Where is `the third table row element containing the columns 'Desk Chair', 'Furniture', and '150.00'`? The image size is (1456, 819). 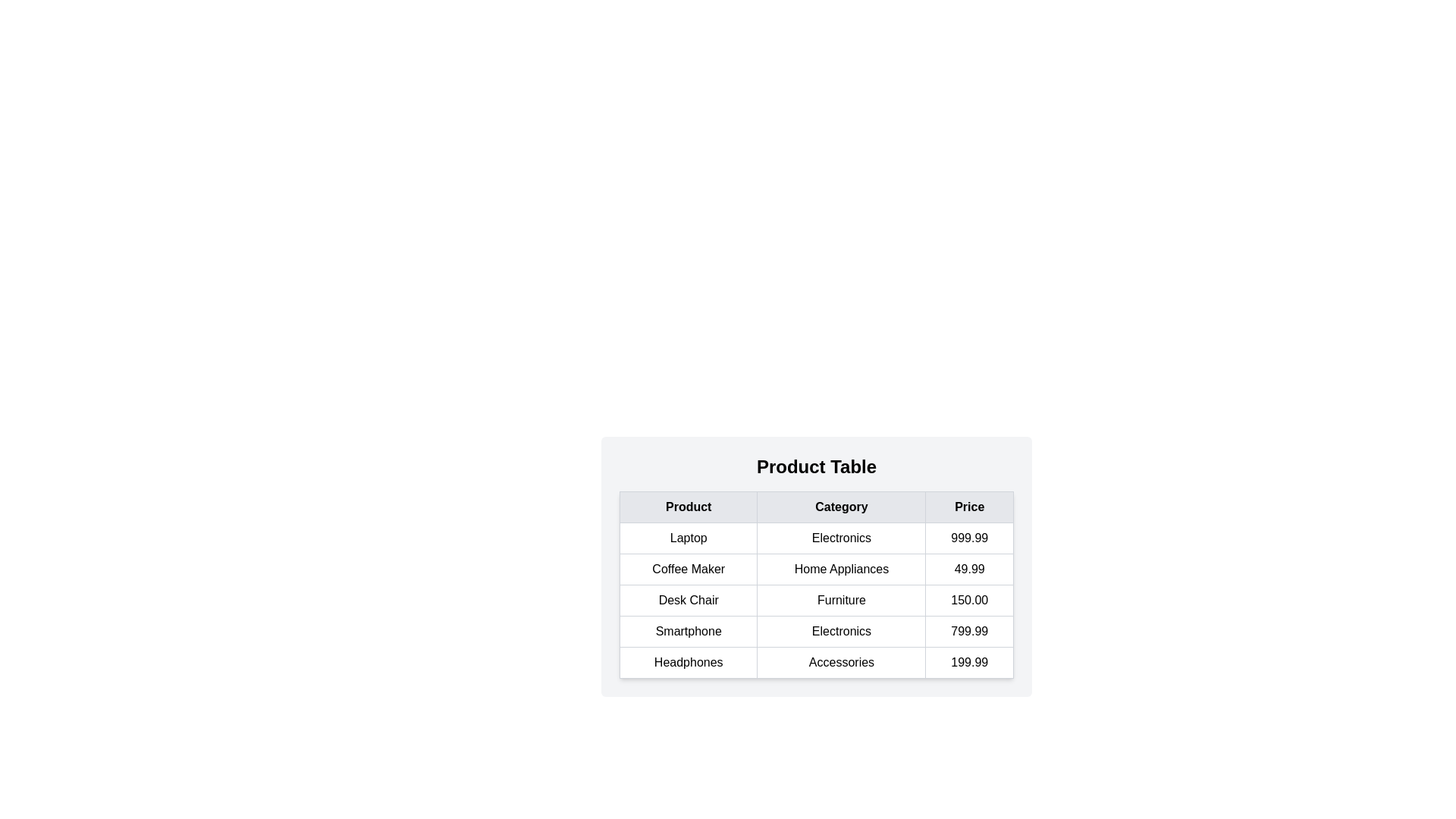
the third table row element containing the columns 'Desk Chair', 'Furniture', and '150.00' is located at coordinates (815, 599).